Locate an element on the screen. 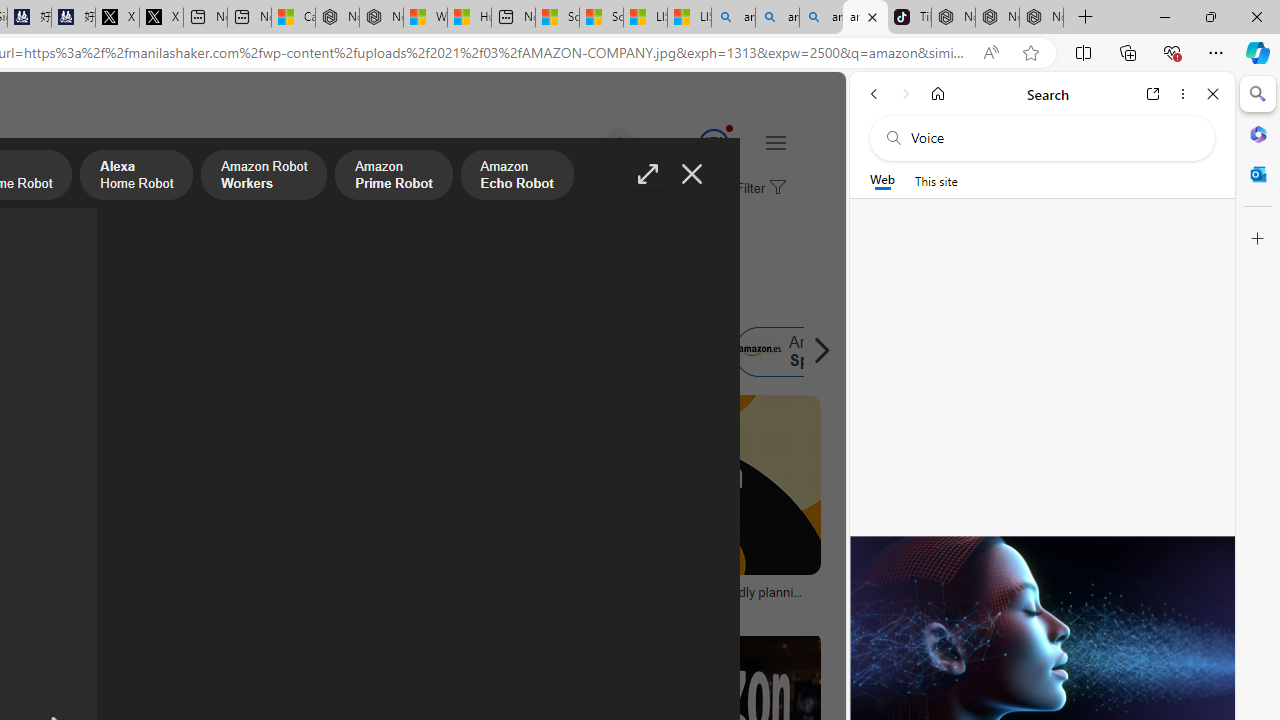 The width and height of the screenshot is (1280, 720). 'Close image' is located at coordinates (692, 173).